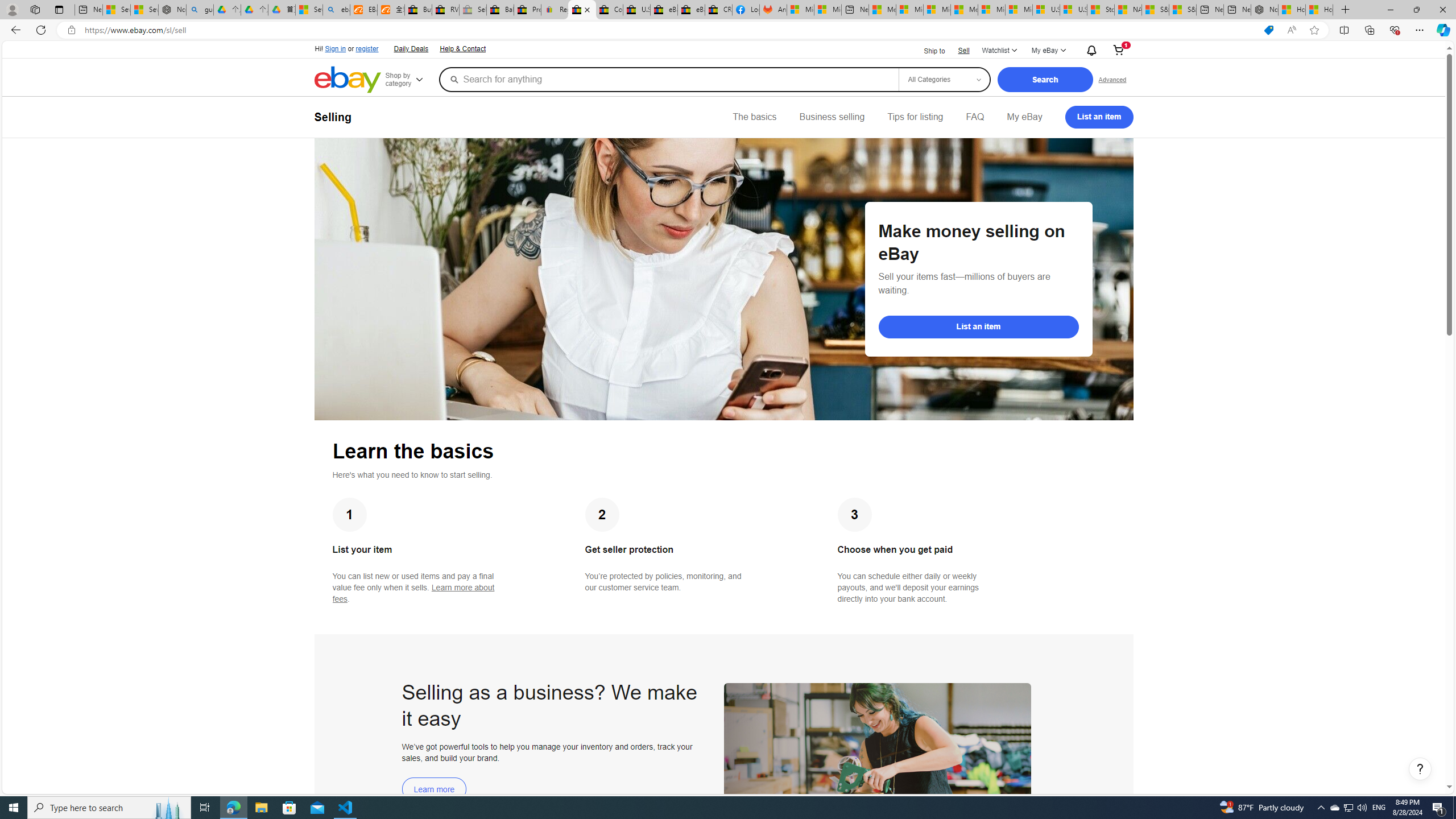 The width and height of the screenshot is (1456, 819). Describe the element at coordinates (754, 116) in the screenshot. I see `'The basics'` at that location.